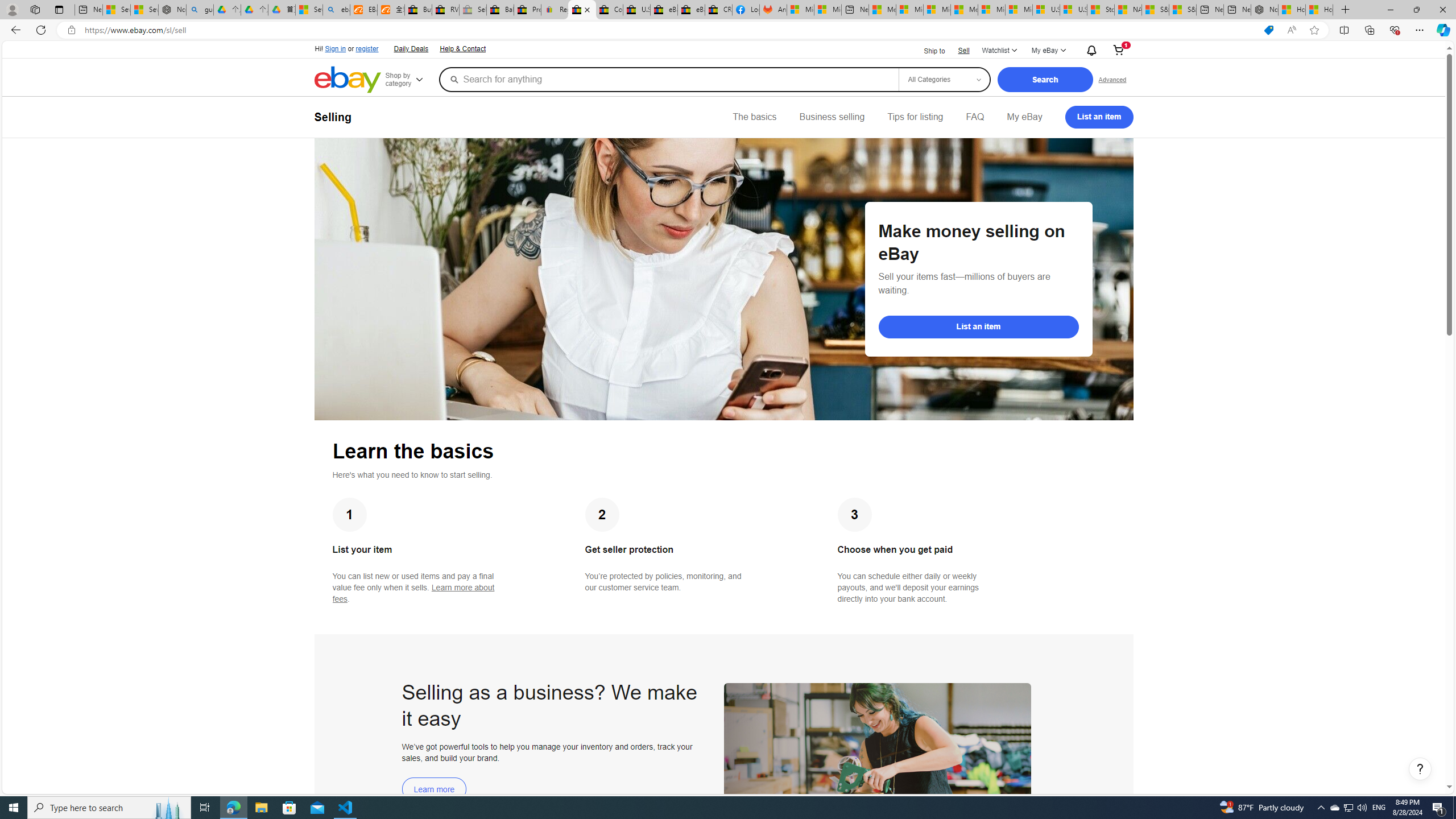 The width and height of the screenshot is (1456, 819). Describe the element at coordinates (754, 116) in the screenshot. I see `'The basics'` at that location.